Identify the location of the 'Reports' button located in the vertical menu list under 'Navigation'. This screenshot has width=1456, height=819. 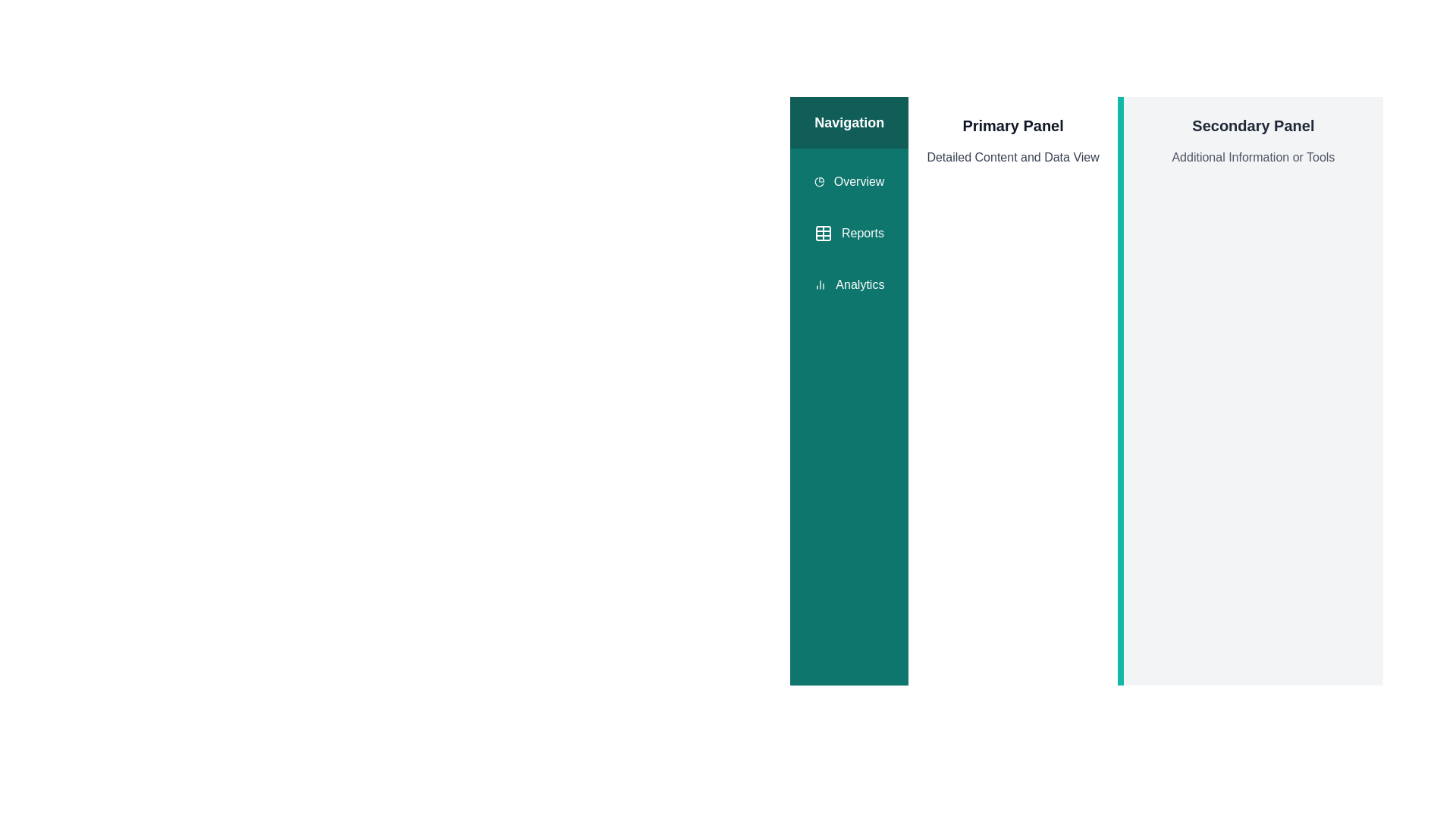
(849, 234).